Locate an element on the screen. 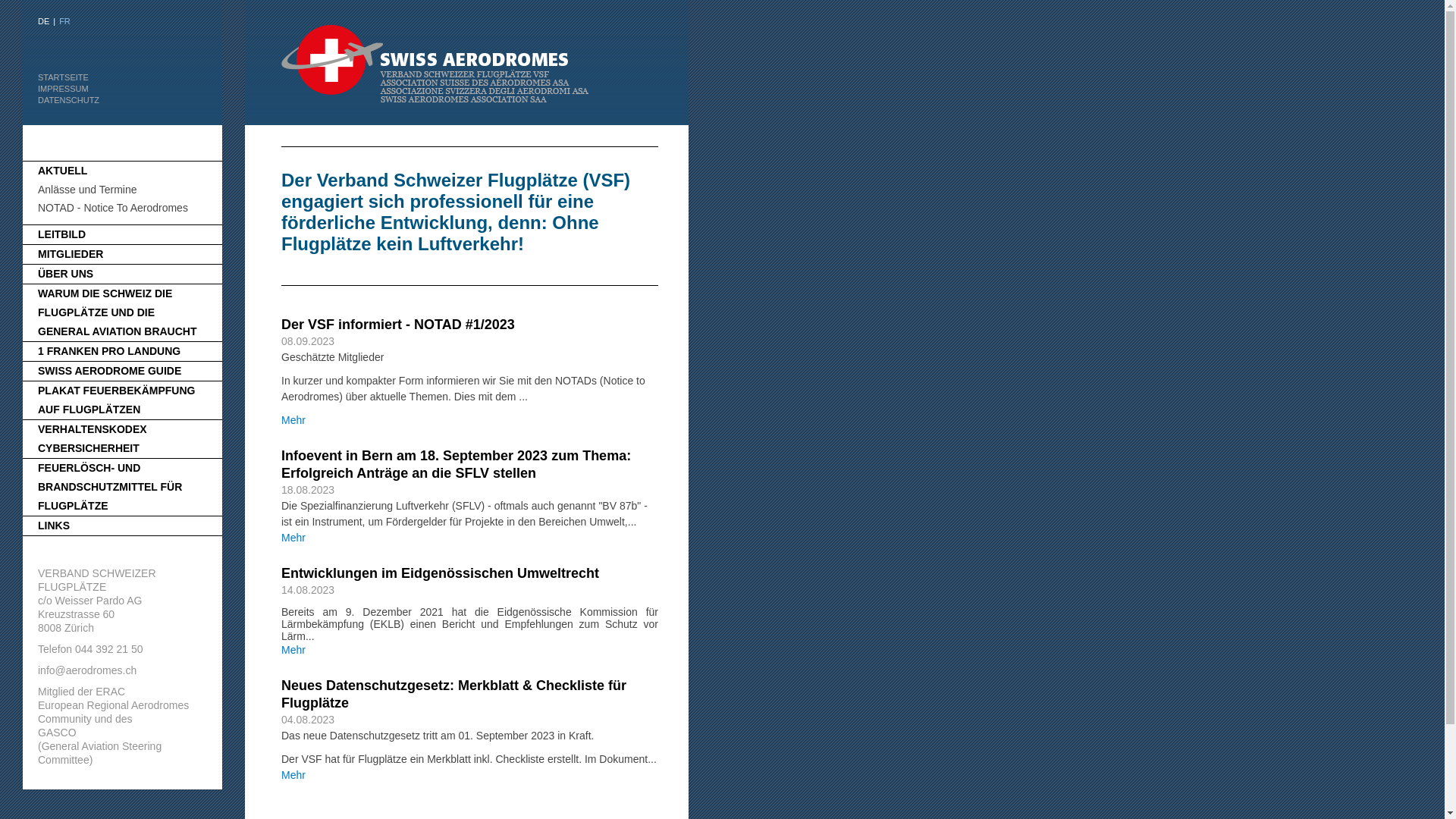 The width and height of the screenshot is (1456, 819). 'Der VSF informiert - NOTAD #1/2023' is located at coordinates (397, 324).